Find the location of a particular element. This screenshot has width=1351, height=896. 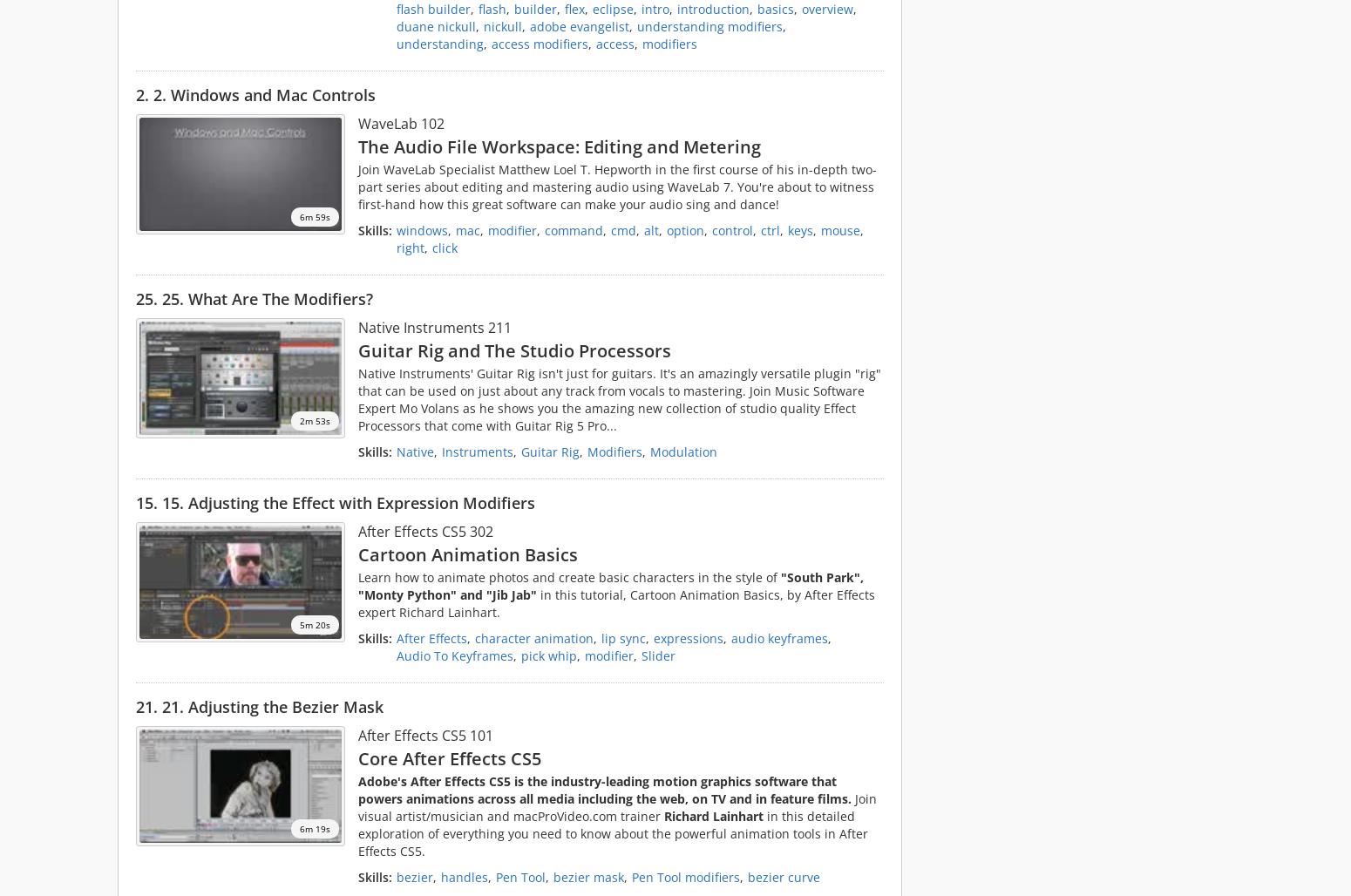

'bezier mask' is located at coordinates (587, 875).